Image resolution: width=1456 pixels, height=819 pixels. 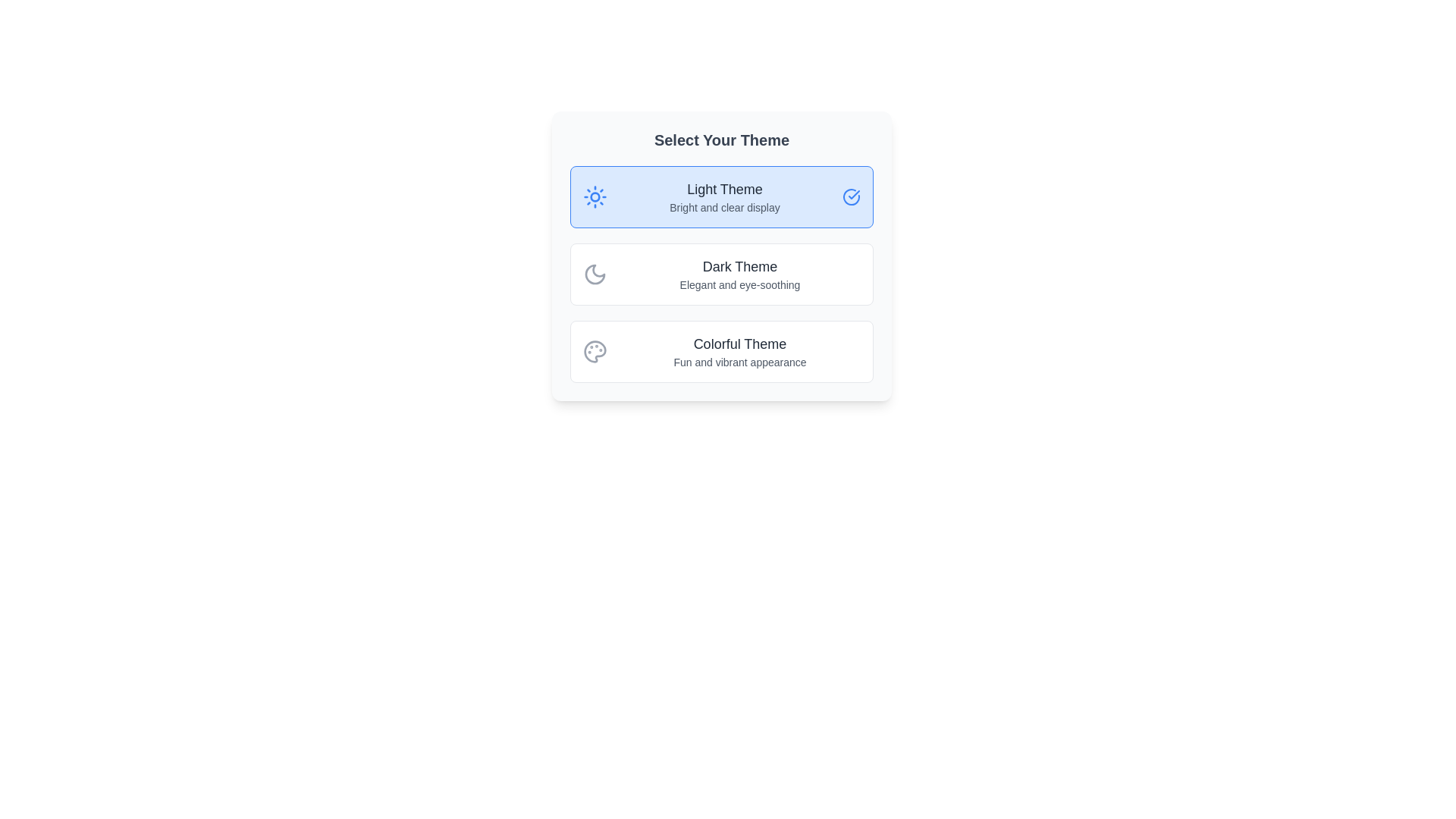 What do you see at coordinates (739, 344) in the screenshot?
I see `the text label reading 'Colorful Theme' which is styled with a larger font size and dark gray color, positioned centrally as the header for the 'Colorful Theme' section` at bounding box center [739, 344].